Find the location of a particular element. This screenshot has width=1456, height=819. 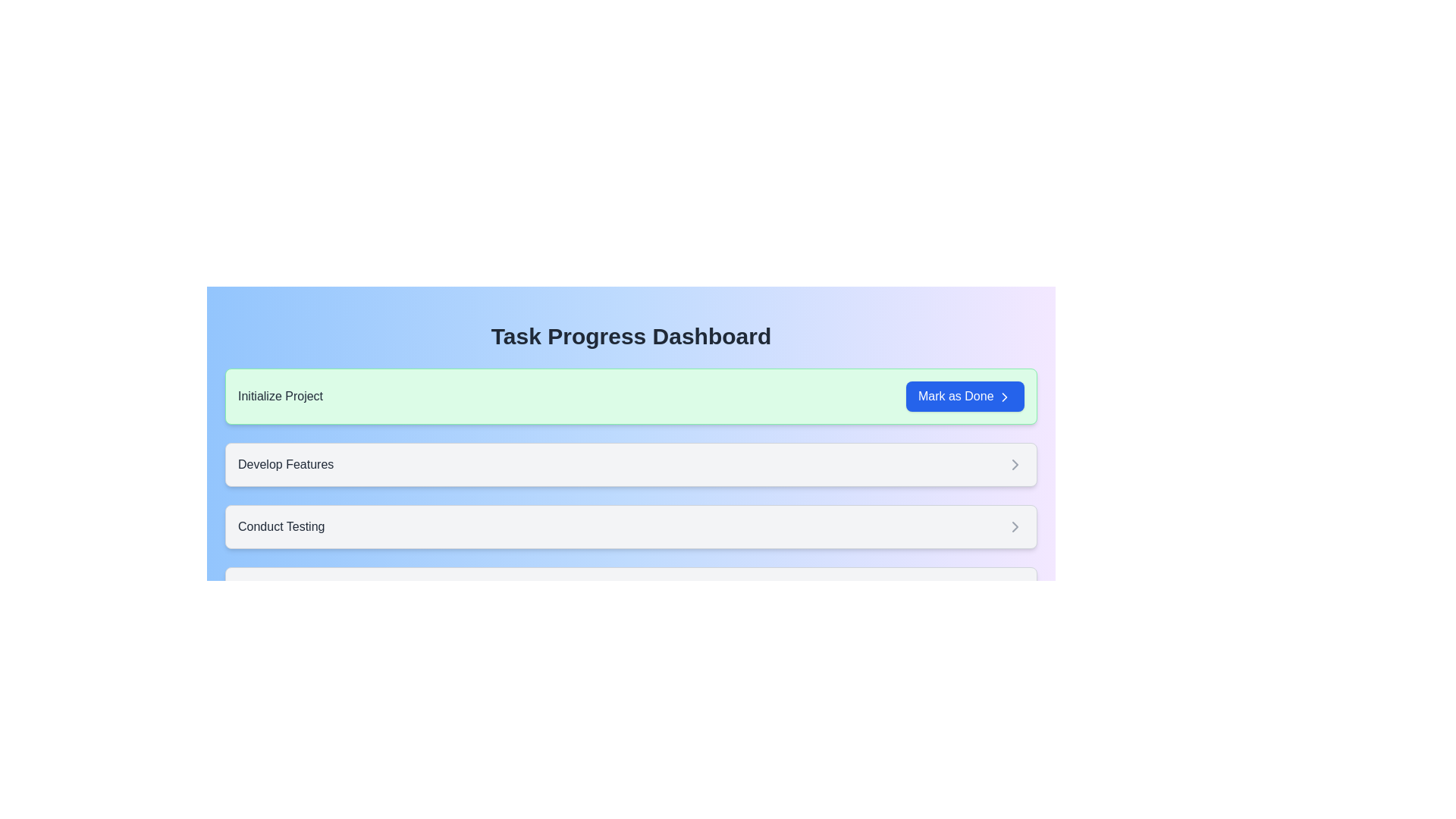

the Chevron icon located on the right side of the 'Develop Features' card, which is the second card in the vertical list of tasks is located at coordinates (1015, 464).